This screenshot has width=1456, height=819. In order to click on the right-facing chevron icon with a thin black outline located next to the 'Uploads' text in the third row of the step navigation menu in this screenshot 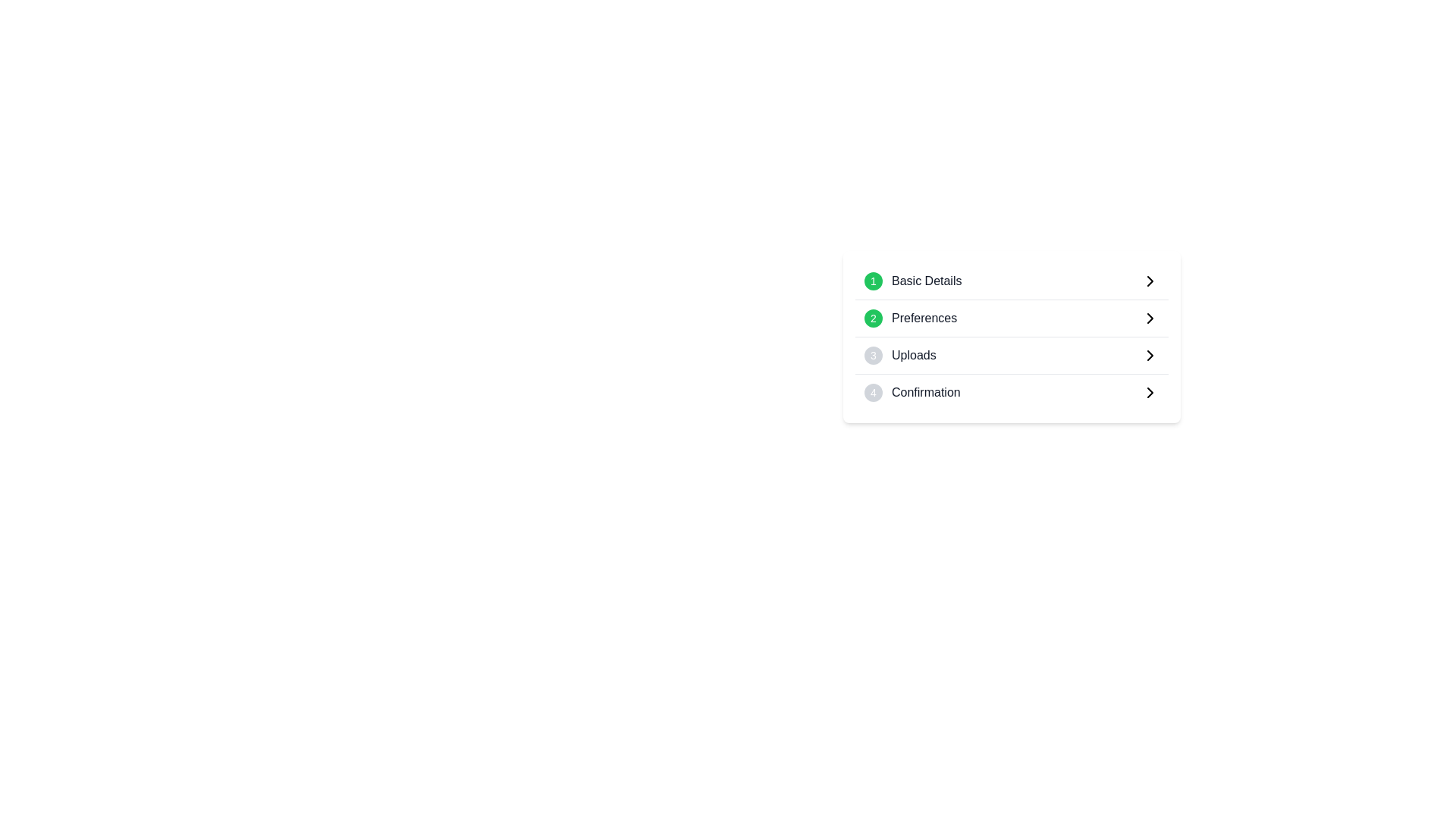, I will do `click(1150, 356)`.